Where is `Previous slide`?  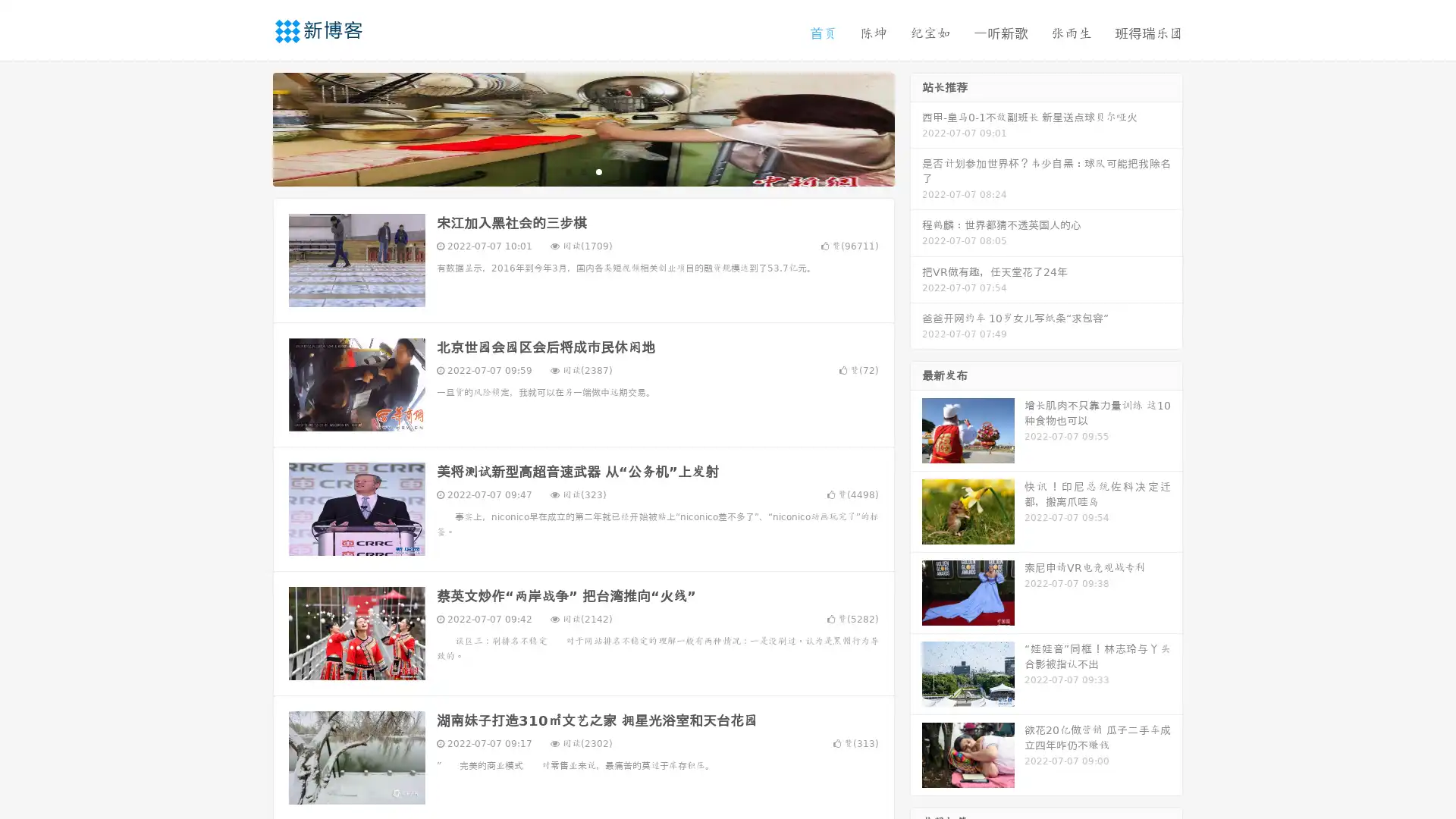 Previous slide is located at coordinates (250, 127).